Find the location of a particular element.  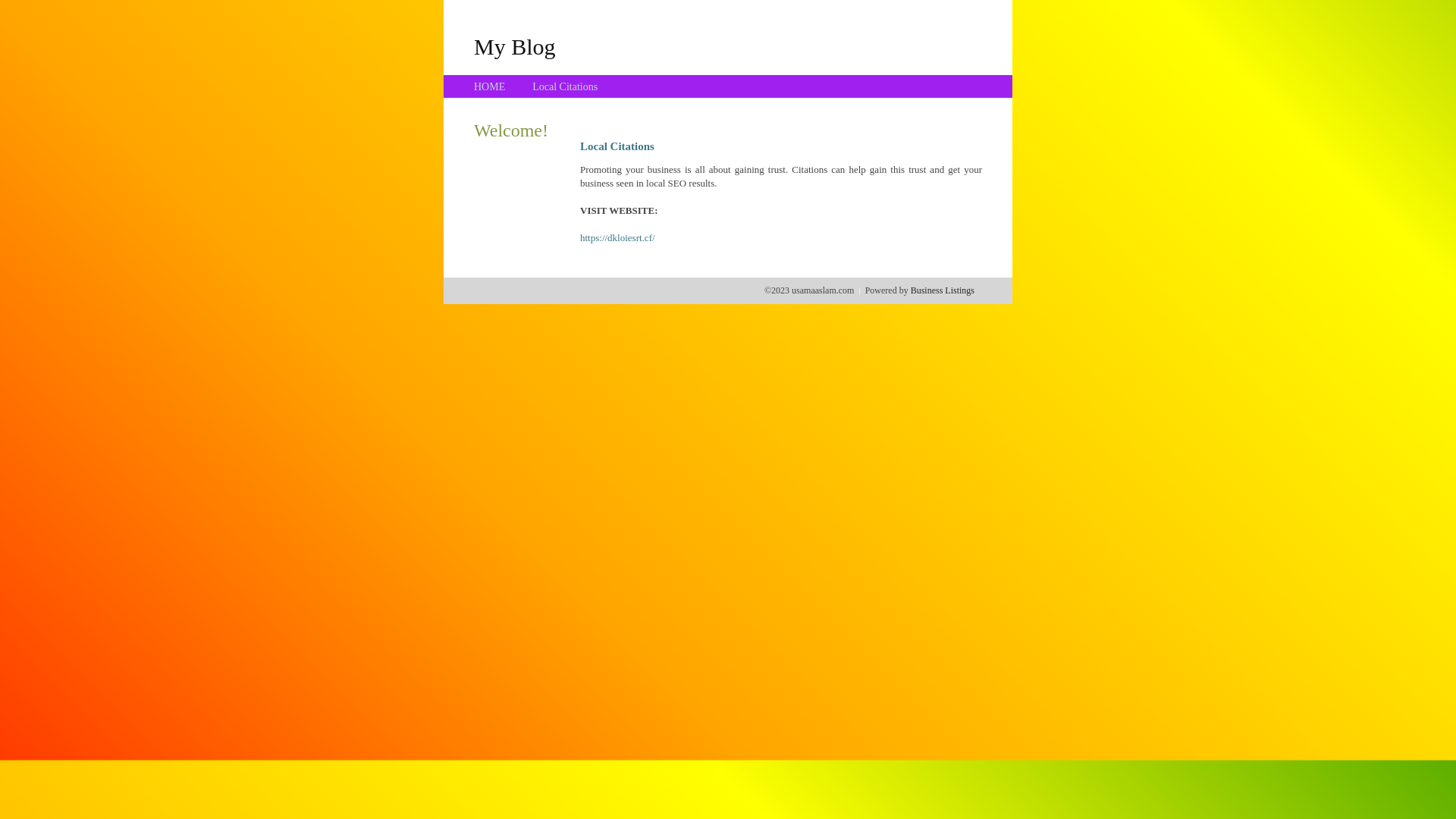

'https://dkloiesrt.cf/' is located at coordinates (617, 237).